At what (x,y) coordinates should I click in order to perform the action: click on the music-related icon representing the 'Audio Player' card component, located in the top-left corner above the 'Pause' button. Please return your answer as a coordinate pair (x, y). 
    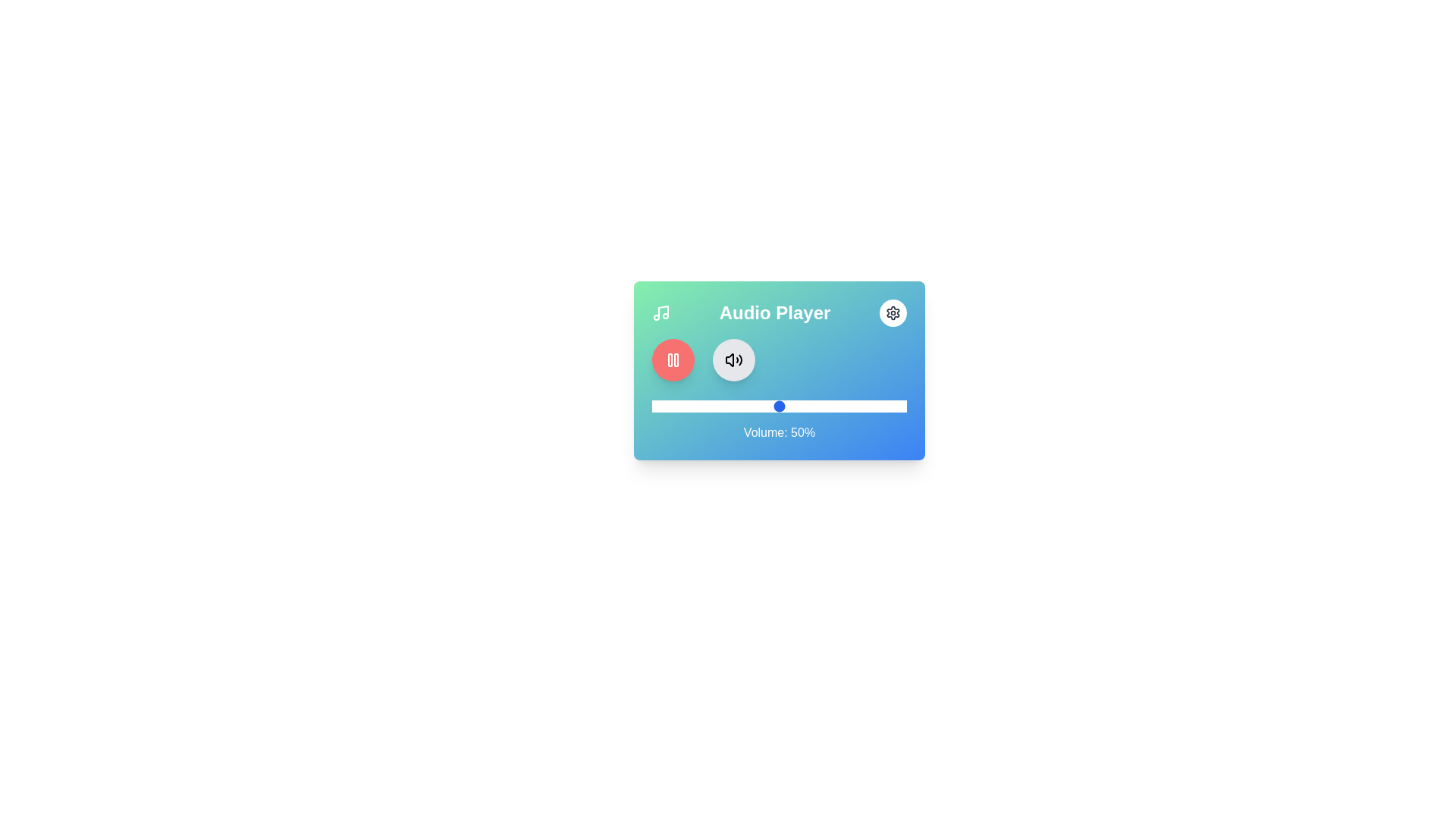
    Looking at the image, I should click on (661, 312).